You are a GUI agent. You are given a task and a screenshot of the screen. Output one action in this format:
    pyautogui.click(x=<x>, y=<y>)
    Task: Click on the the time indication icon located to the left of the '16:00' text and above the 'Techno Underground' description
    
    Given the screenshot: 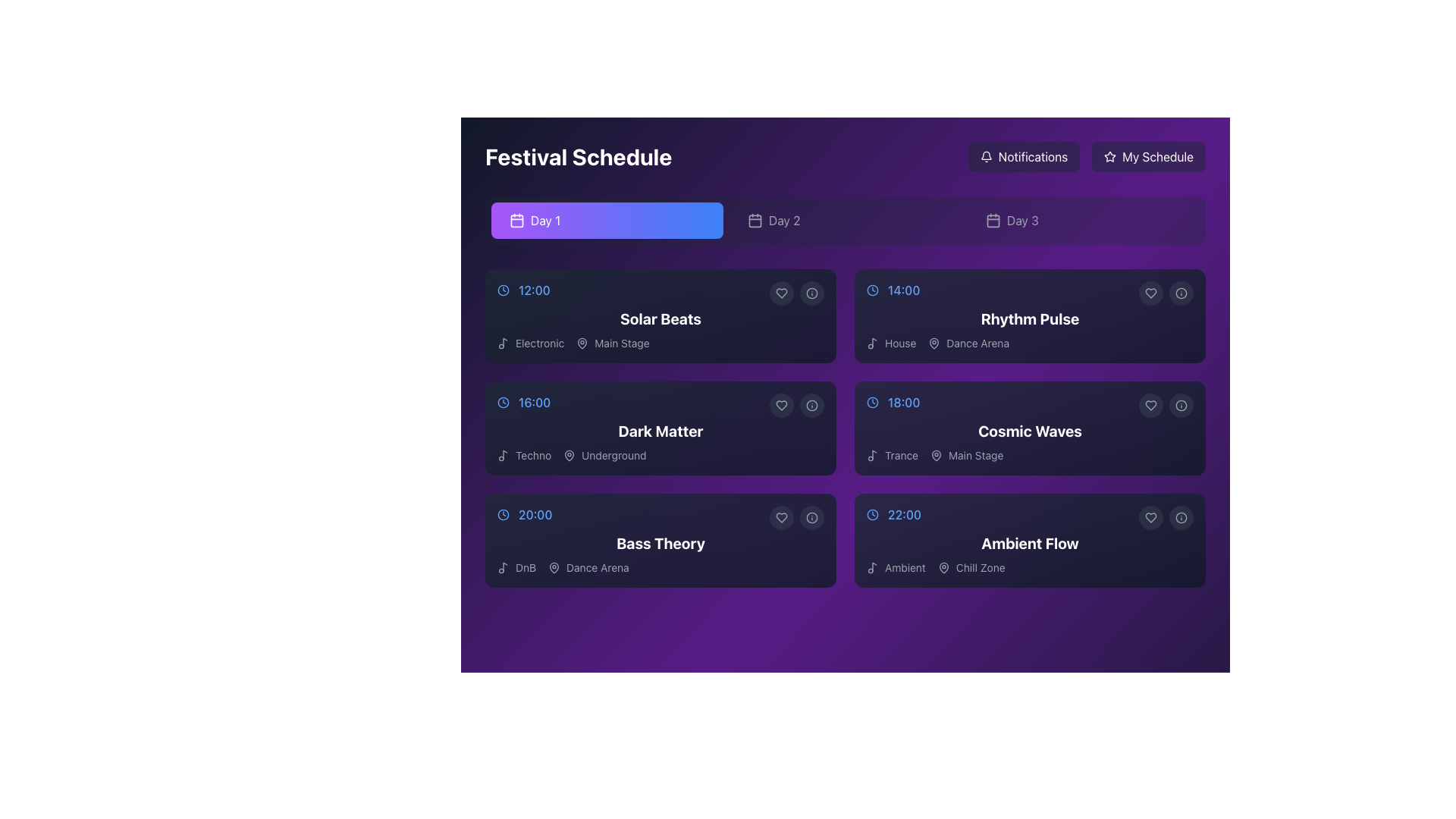 What is the action you would take?
    pyautogui.click(x=503, y=402)
    